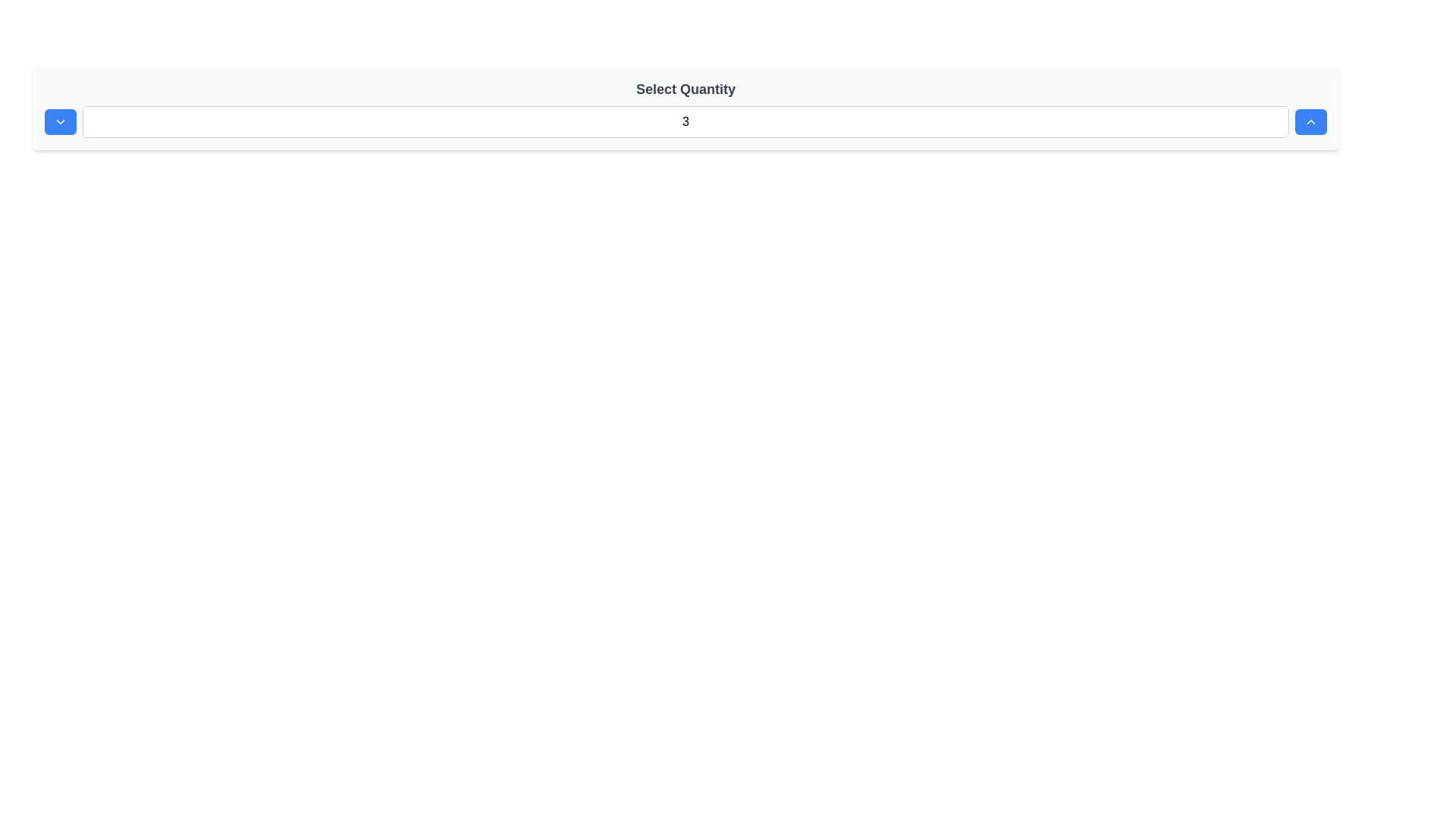  Describe the element at coordinates (61, 121) in the screenshot. I see `the decrement button located to the far left of the input field to decrease the numeric value` at that location.